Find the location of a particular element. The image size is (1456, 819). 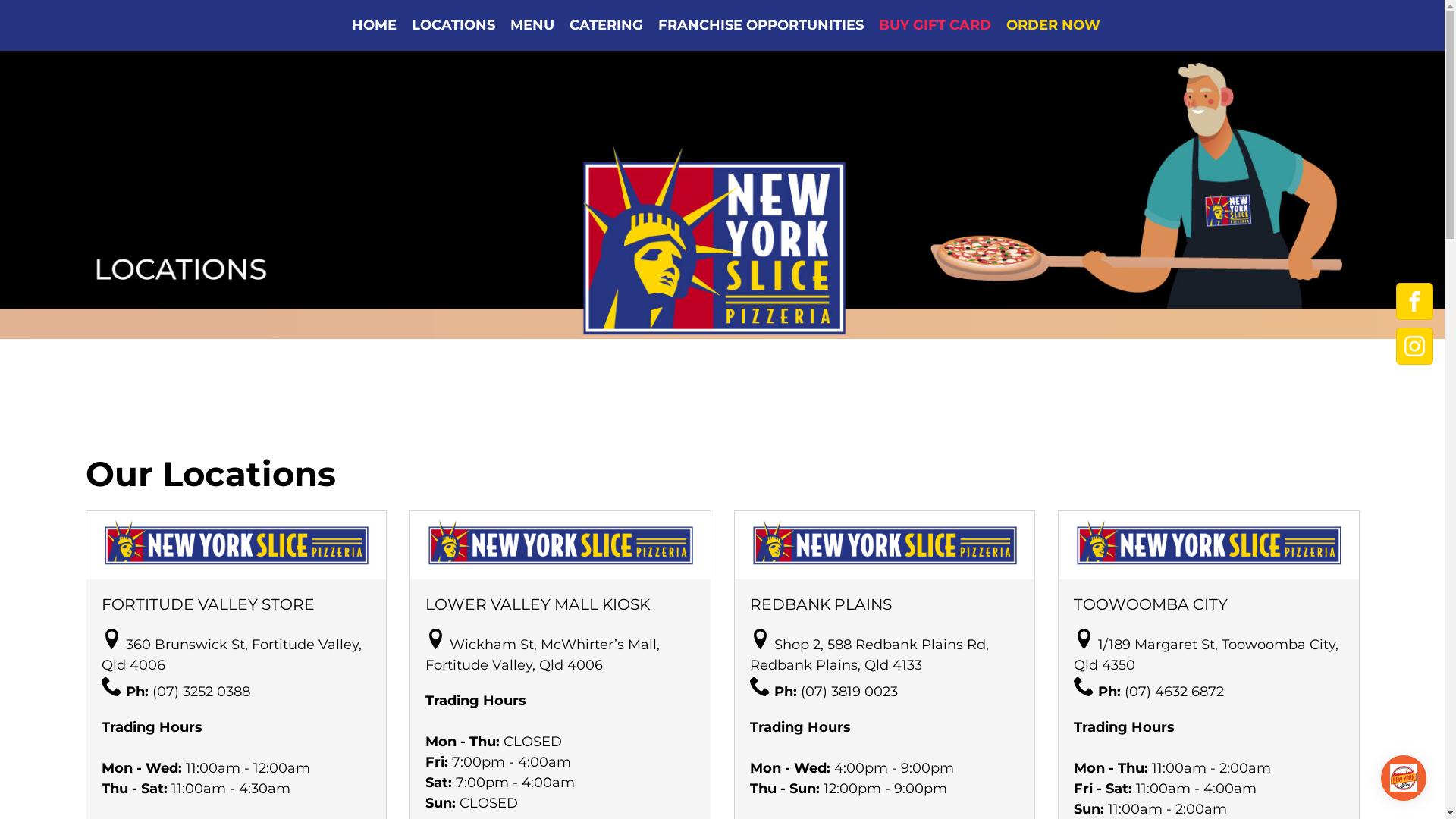

'(07) 3819 0023' is located at coordinates (800, 691).